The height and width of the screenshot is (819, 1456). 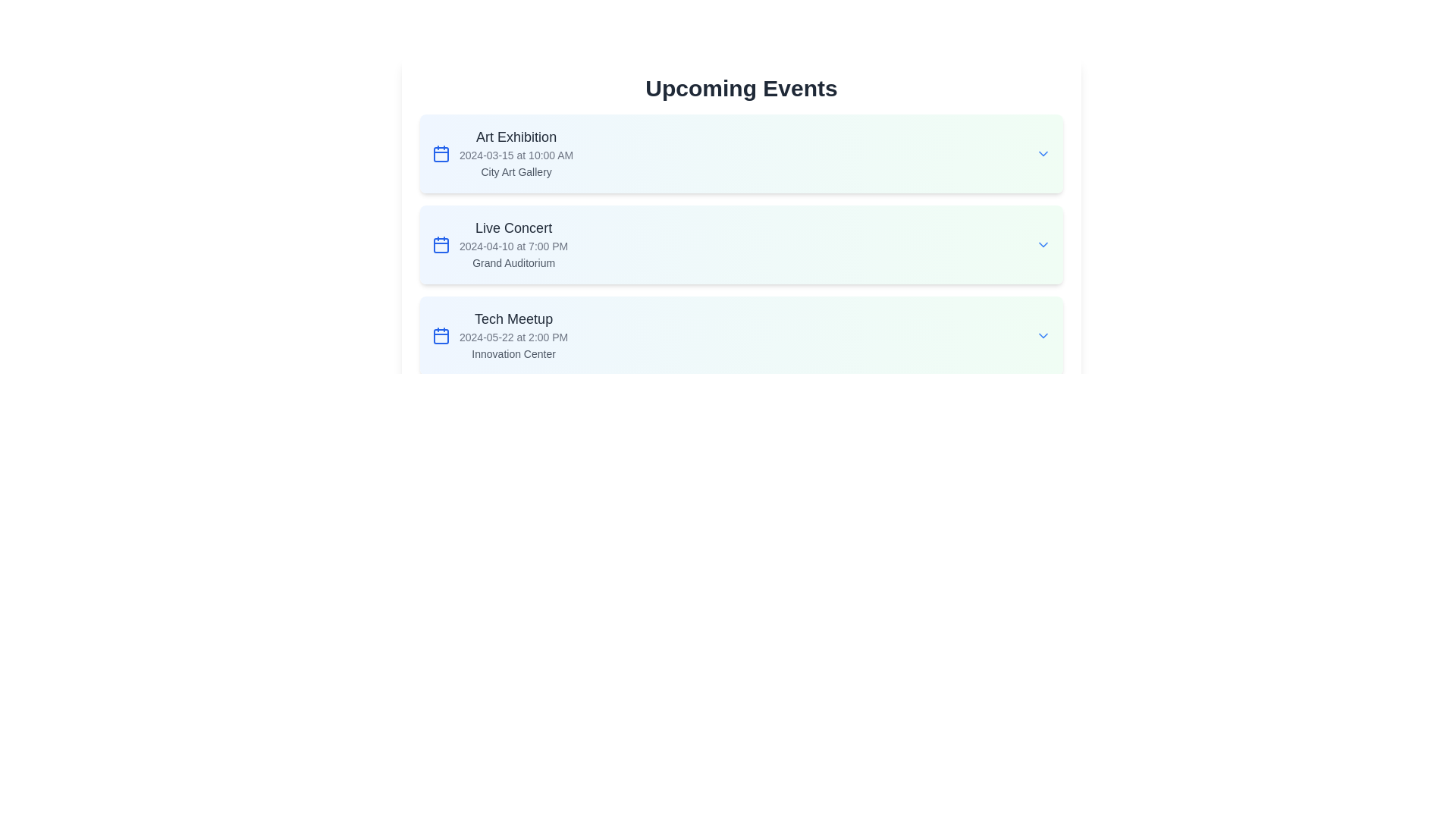 I want to click on the chevron icon located at the far right of the 'Tech Meetup' event item to provide feedback or display additional options, so click(x=1043, y=335).